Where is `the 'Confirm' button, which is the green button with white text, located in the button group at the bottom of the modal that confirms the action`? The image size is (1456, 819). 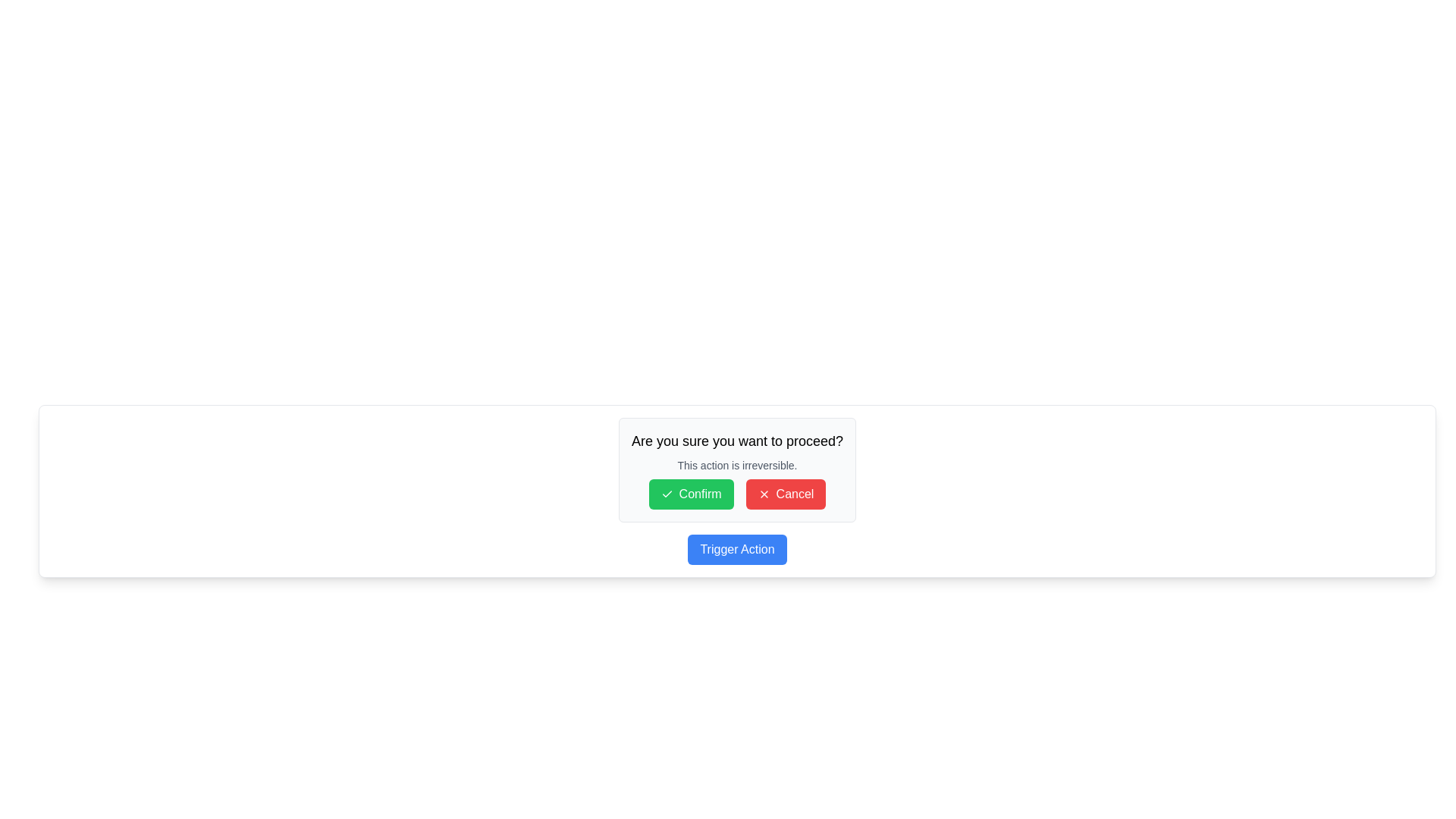
the 'Confirm' button, which is the green button with white text, located in the button group at the bottom of the modal that confirms the action is located at coordinates (737, 494).